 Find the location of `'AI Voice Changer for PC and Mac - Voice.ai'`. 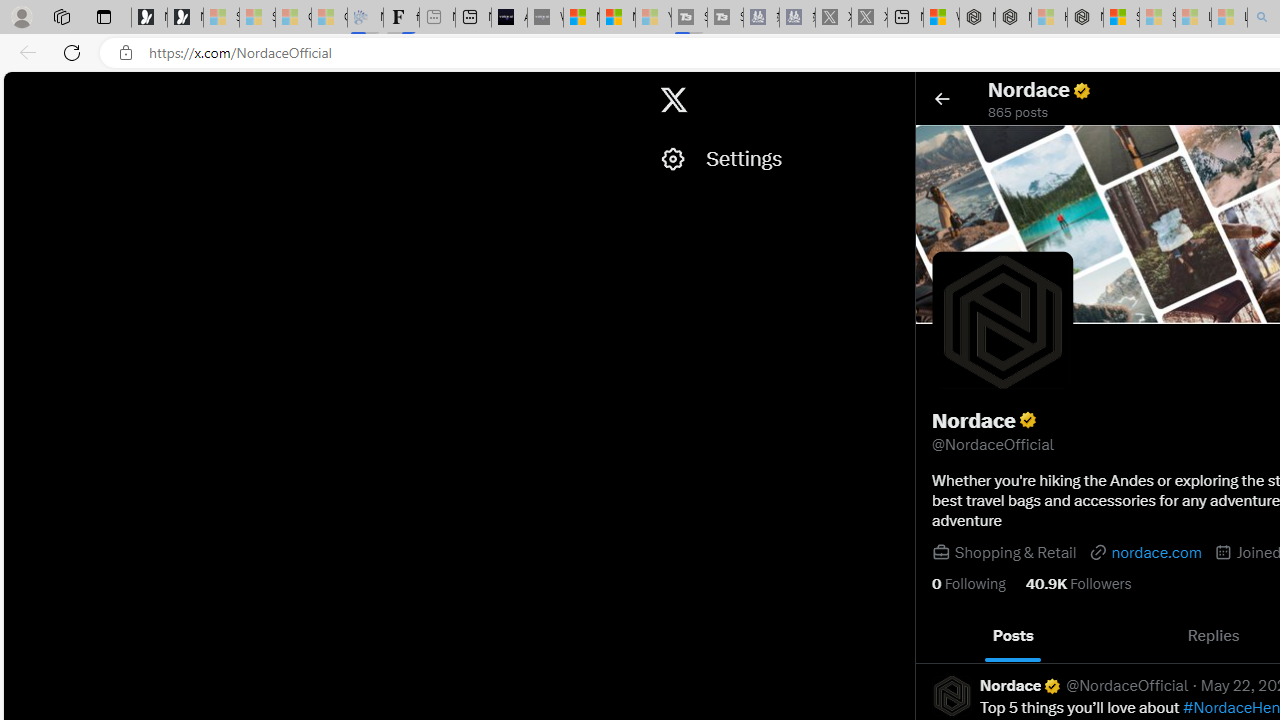

'AI Voice Changer for PC and Mac - Voice.ai' is located at coordinates (509, 17).